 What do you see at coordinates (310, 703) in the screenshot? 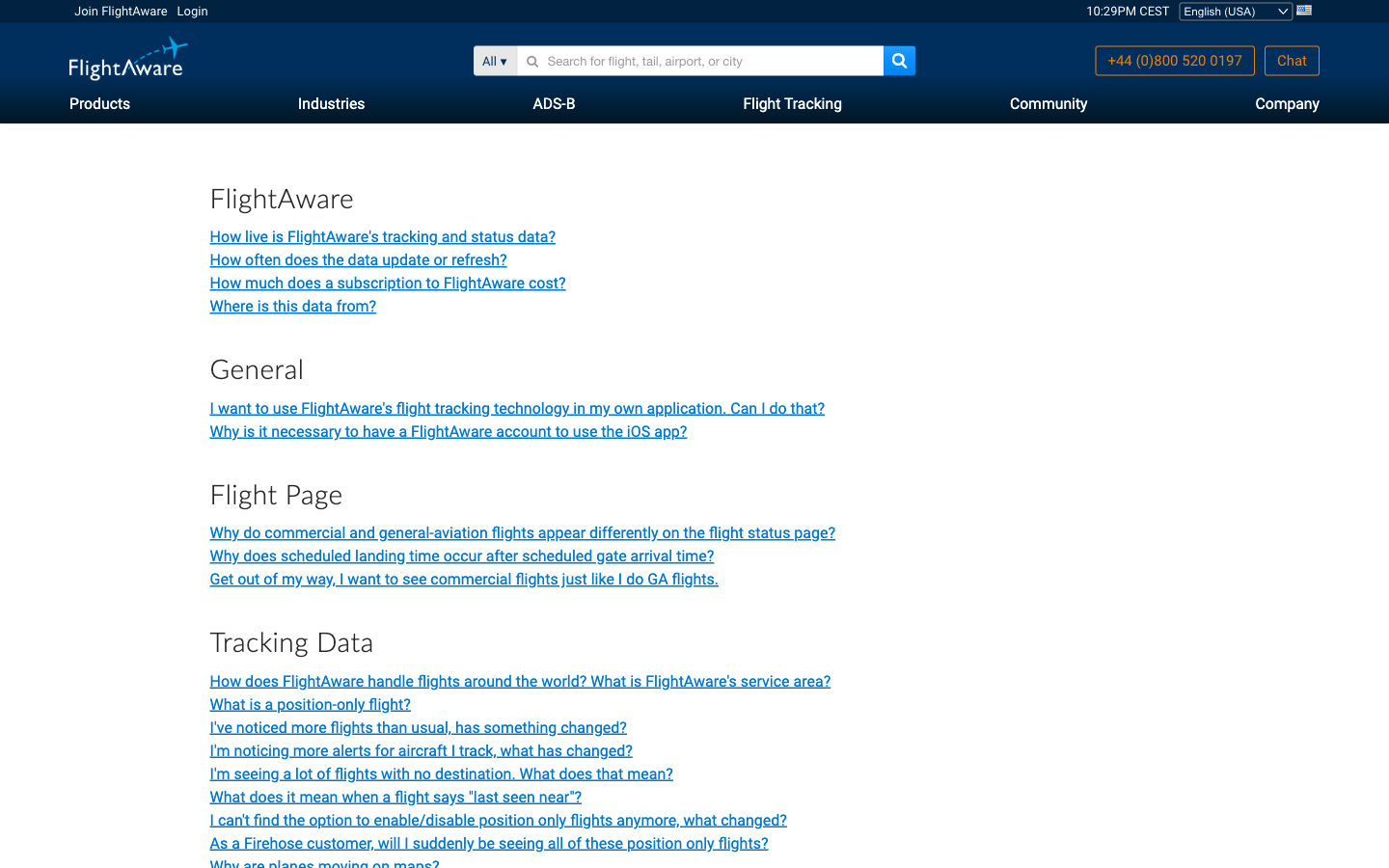
I see `information about position-only flight` at bounding box center [310, 703].